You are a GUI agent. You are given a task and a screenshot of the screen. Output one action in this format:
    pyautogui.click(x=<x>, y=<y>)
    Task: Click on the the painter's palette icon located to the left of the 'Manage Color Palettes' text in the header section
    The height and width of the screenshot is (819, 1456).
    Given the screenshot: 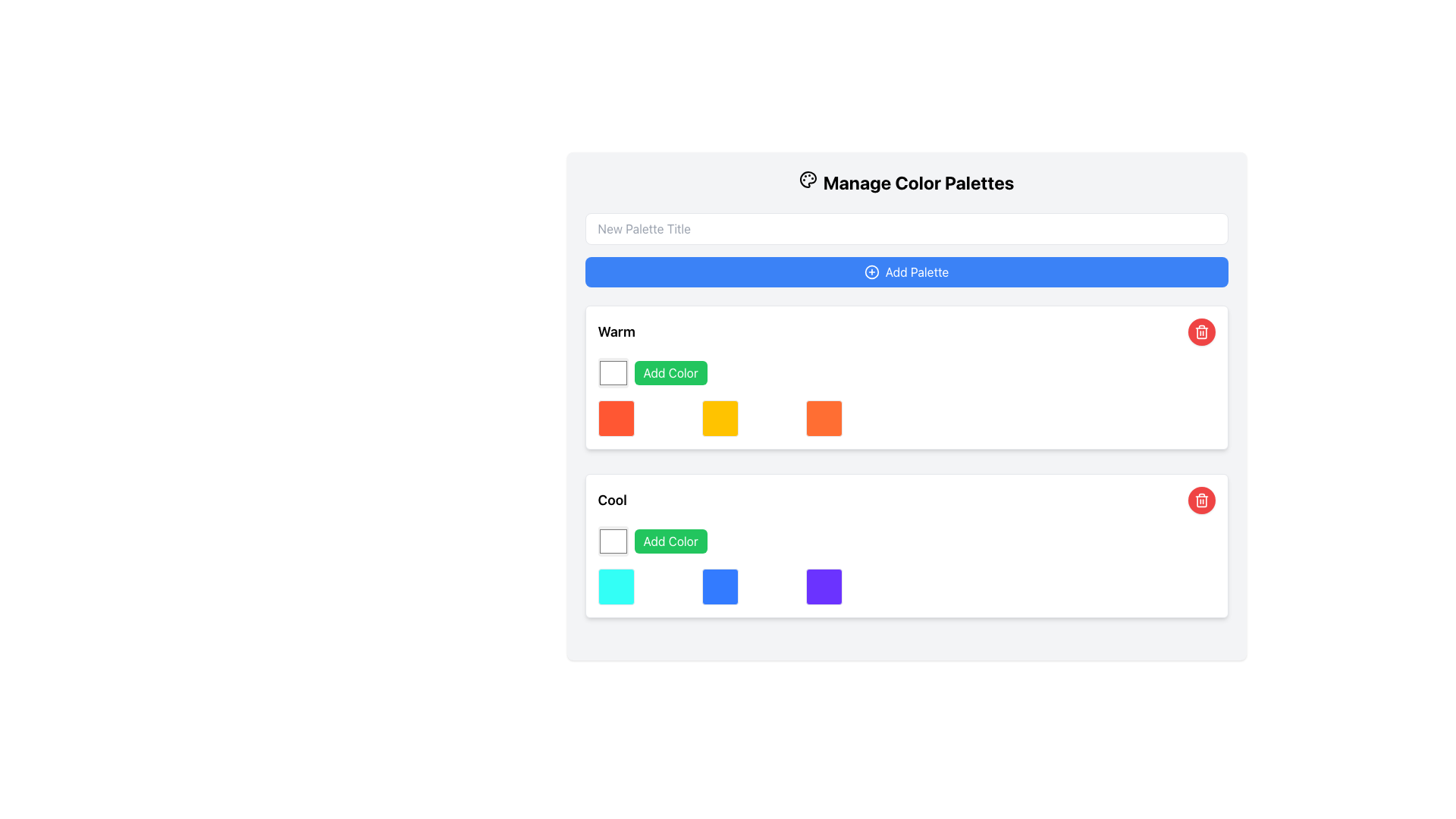 What is the action you would take?
    pyautogui.click(x=807, y=178)
    